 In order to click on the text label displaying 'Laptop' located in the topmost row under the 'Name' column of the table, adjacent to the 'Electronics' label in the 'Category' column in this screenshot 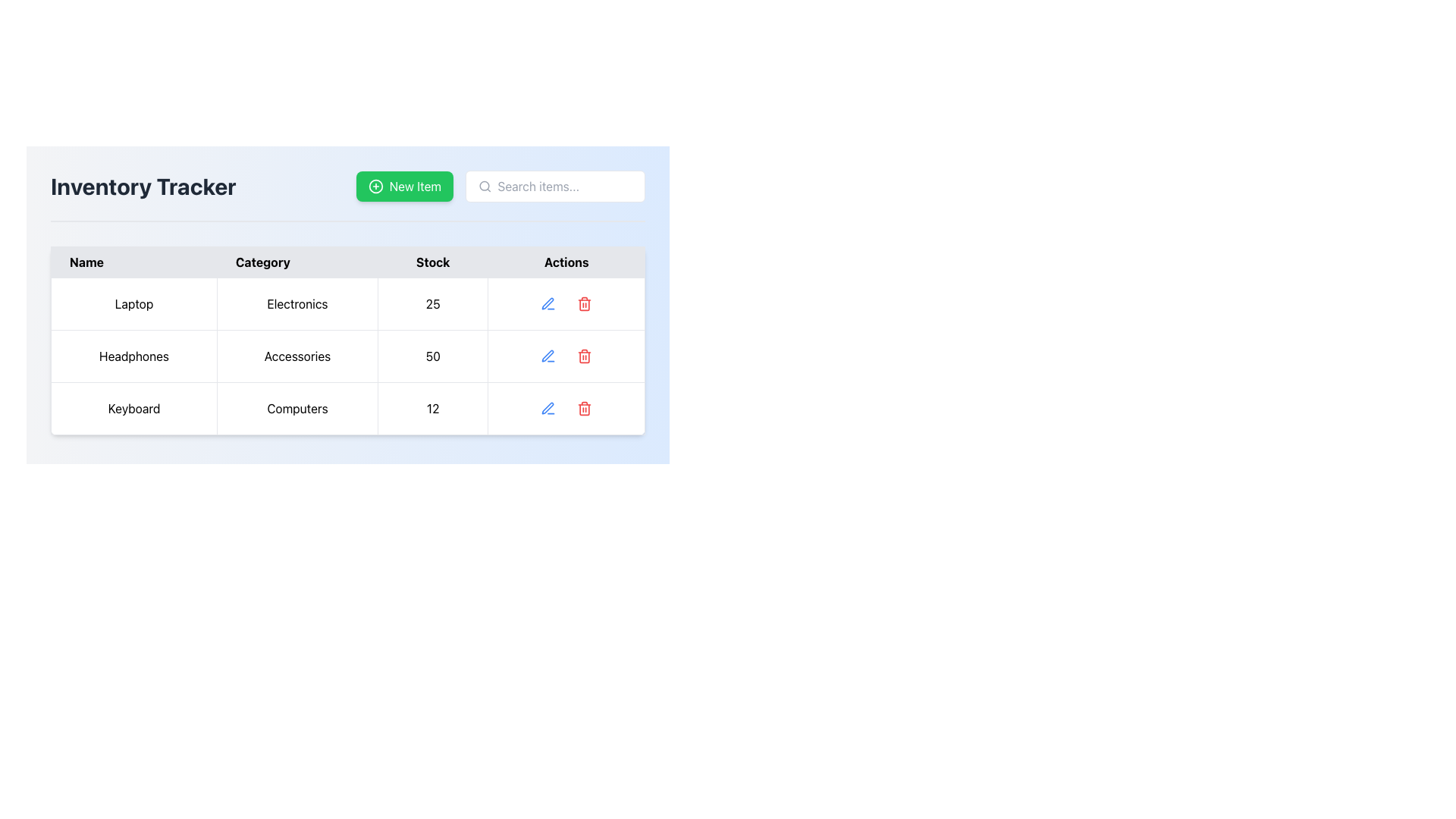, I will do `click(134, 304)`.